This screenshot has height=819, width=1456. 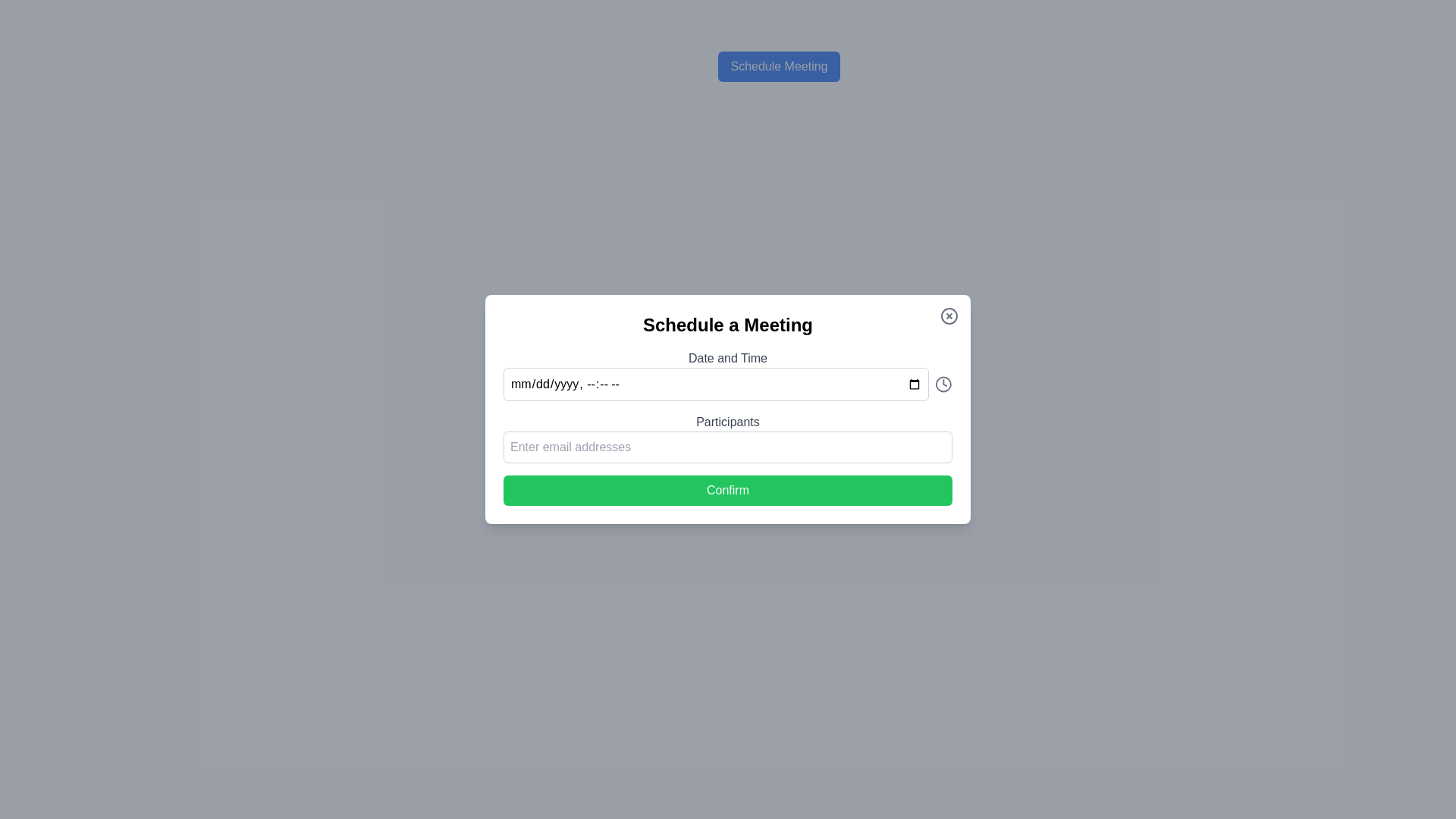 I want to click on the close button located in the top-right corner of the 'Schedule a Meeting' dialog box, so click(x=949, y=315).